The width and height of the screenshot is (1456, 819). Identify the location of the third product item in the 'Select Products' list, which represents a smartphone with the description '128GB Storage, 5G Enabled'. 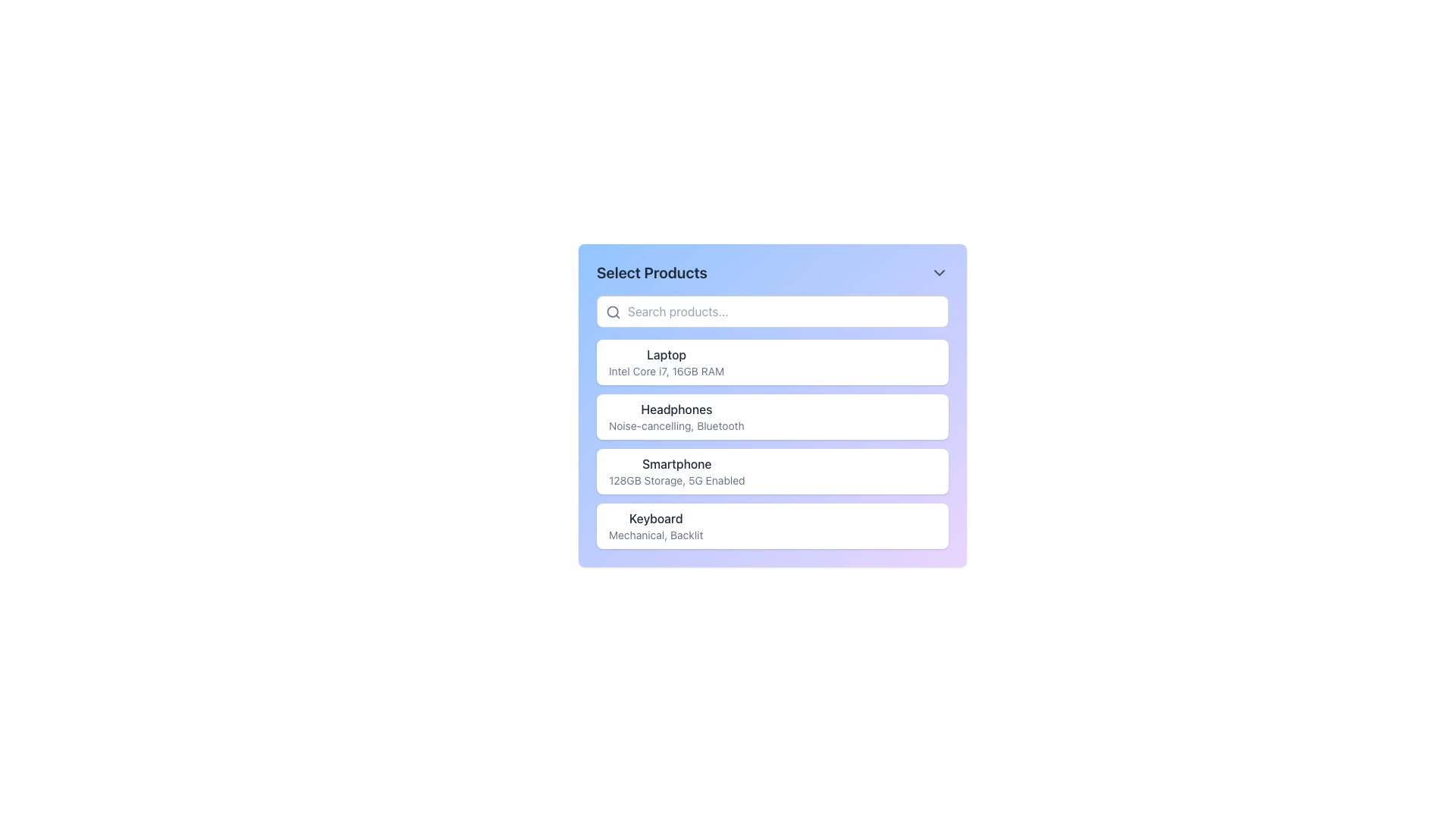
(772, 444).